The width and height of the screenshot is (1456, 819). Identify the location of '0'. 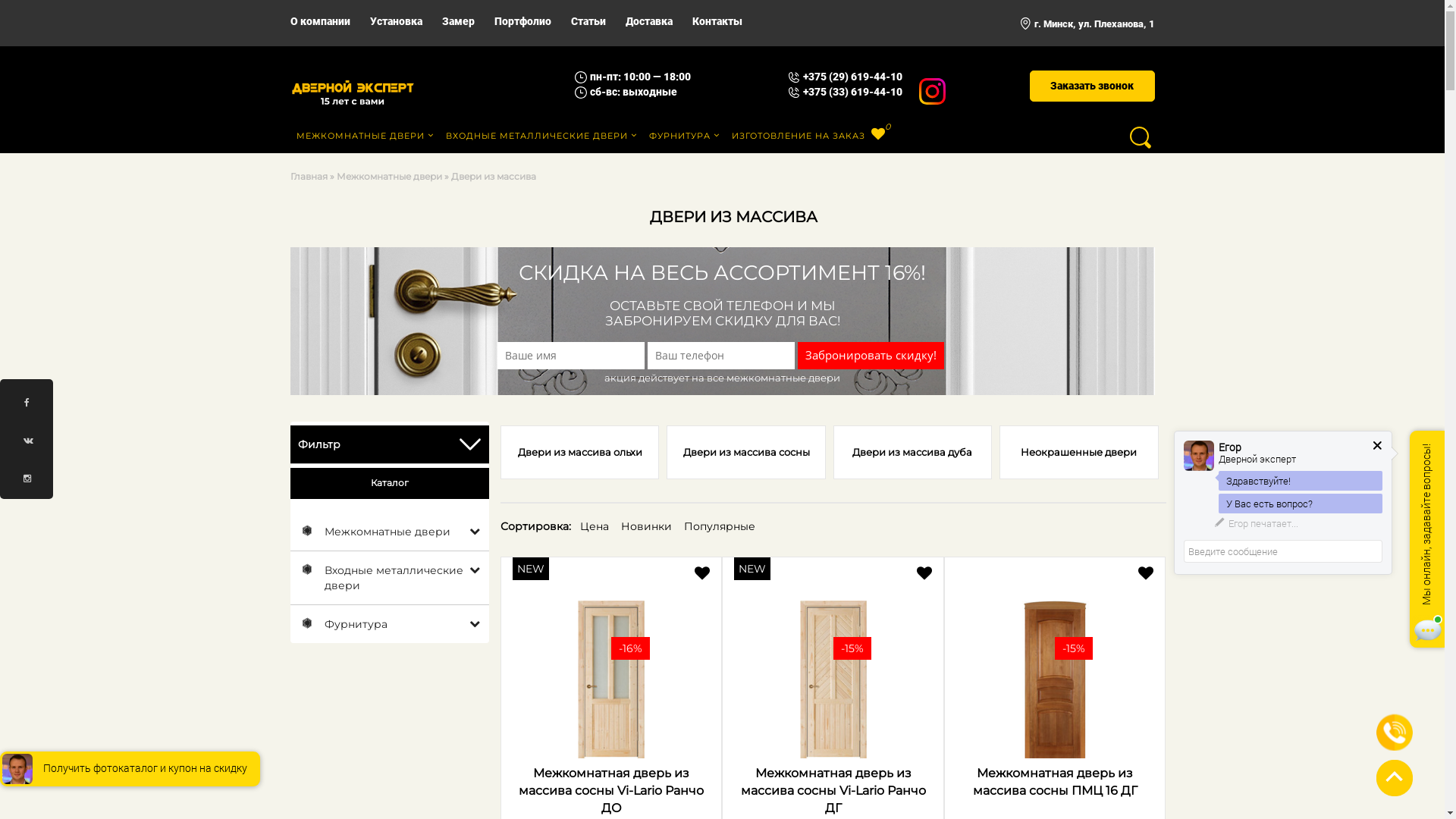
(864, 134).